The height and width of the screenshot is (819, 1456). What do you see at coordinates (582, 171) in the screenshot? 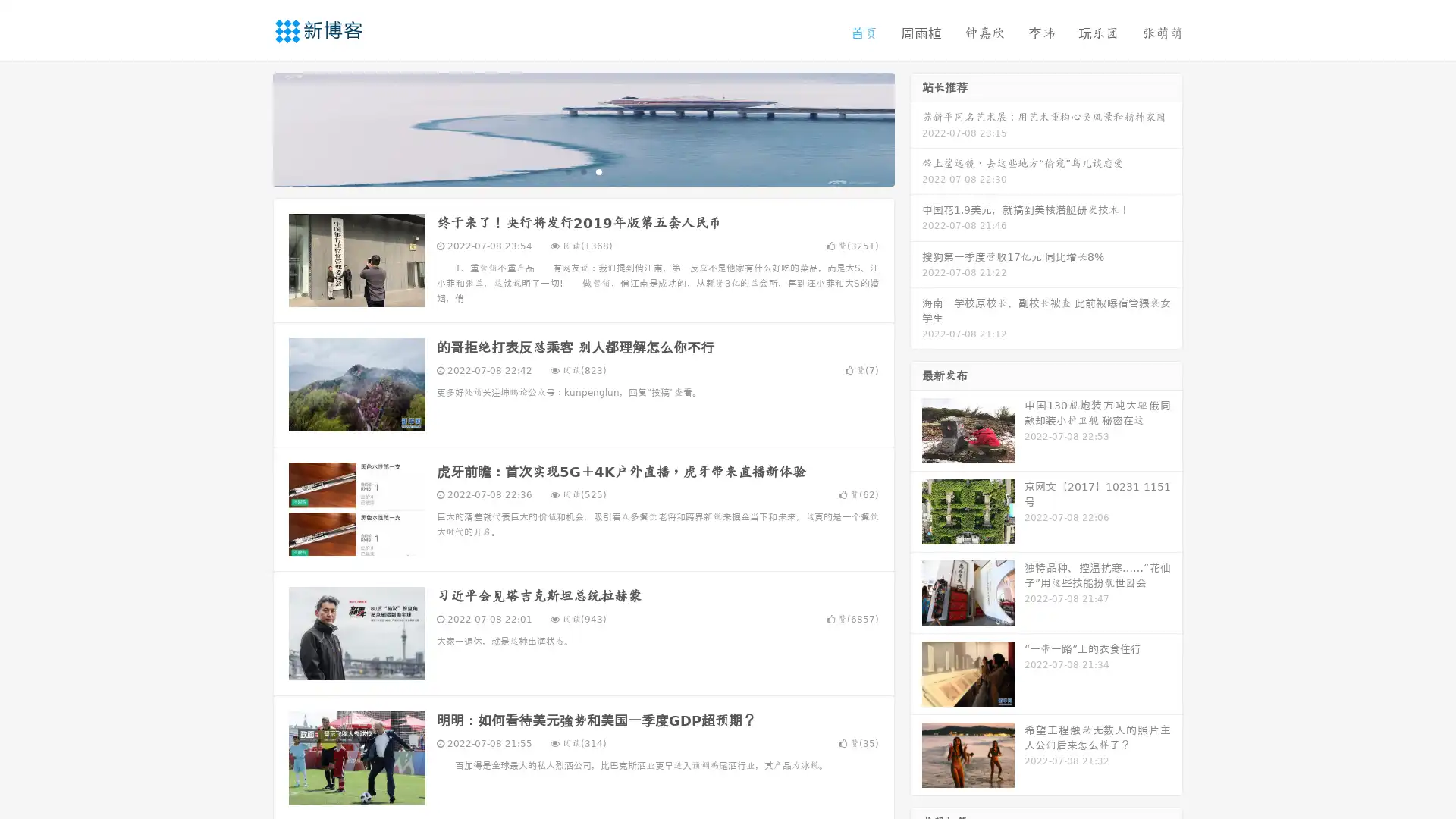
I see `Go to slide 2` at bounding box center [582, 171].